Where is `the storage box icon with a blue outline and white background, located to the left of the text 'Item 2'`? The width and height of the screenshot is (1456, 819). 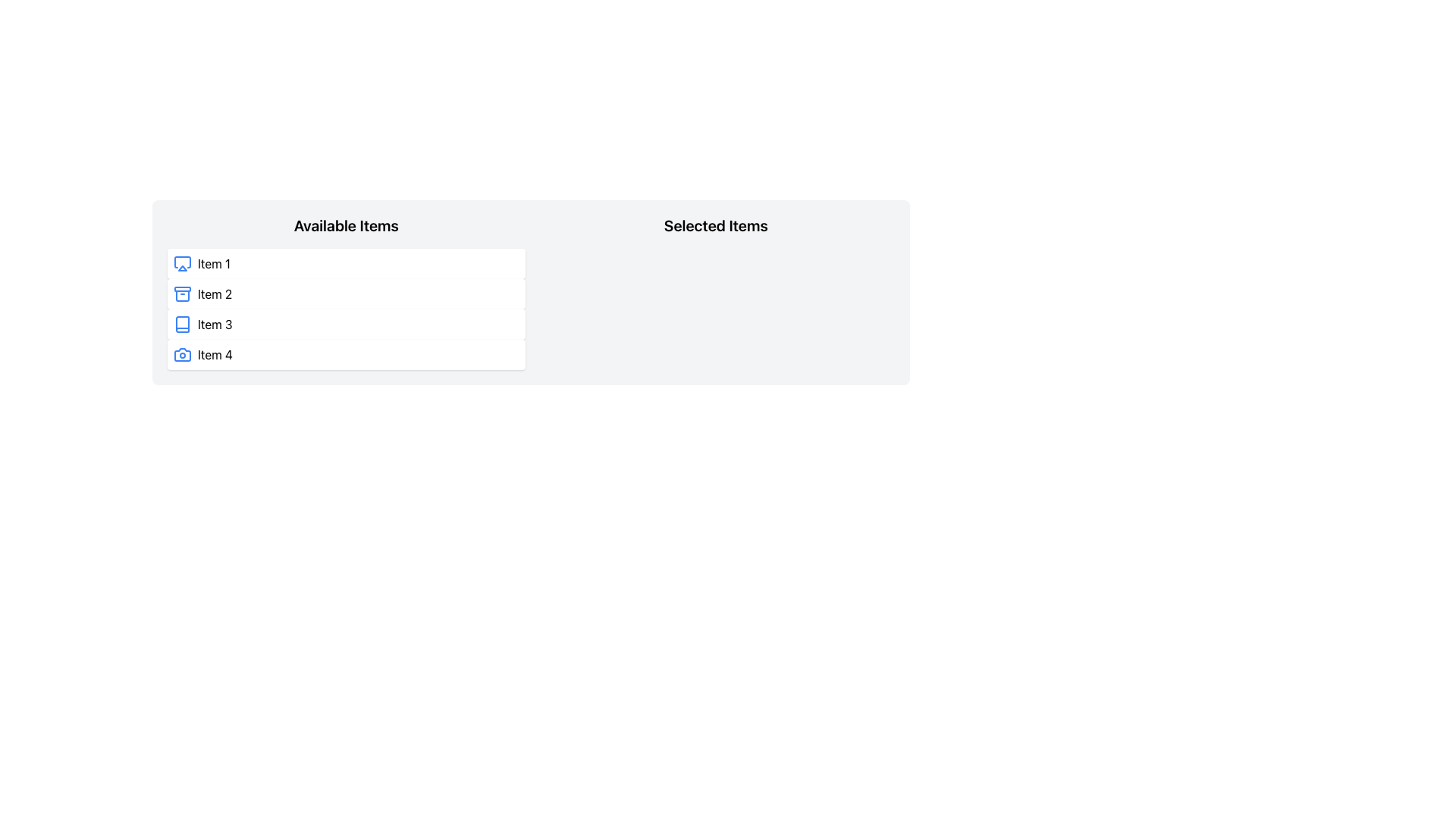
the storage box icon with a blue outline and white background, located to the left of the text 'Item 2' is located at coordinates (182, 294).